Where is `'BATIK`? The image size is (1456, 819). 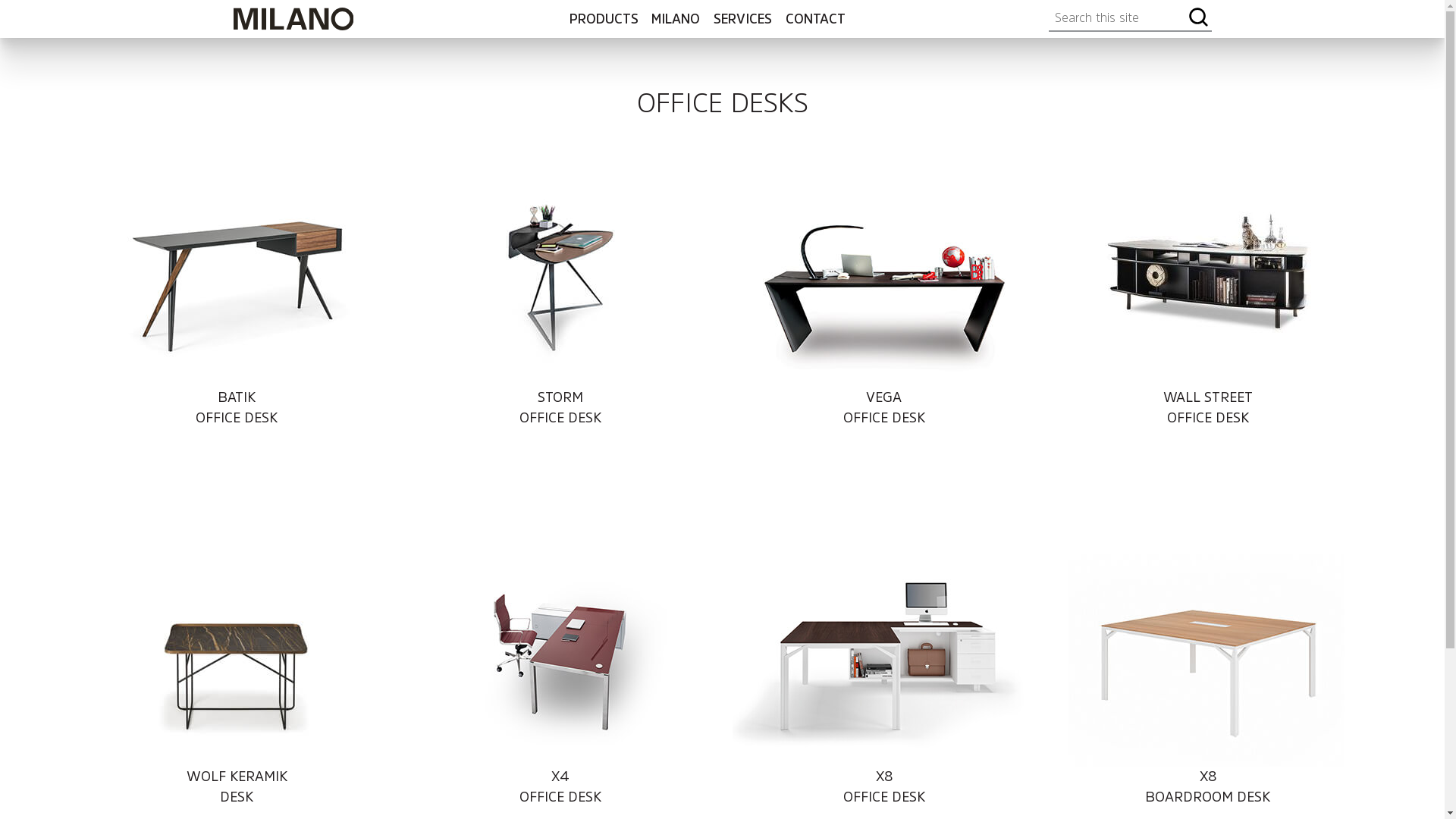
'BATIK is located at coordinates (83, 311).